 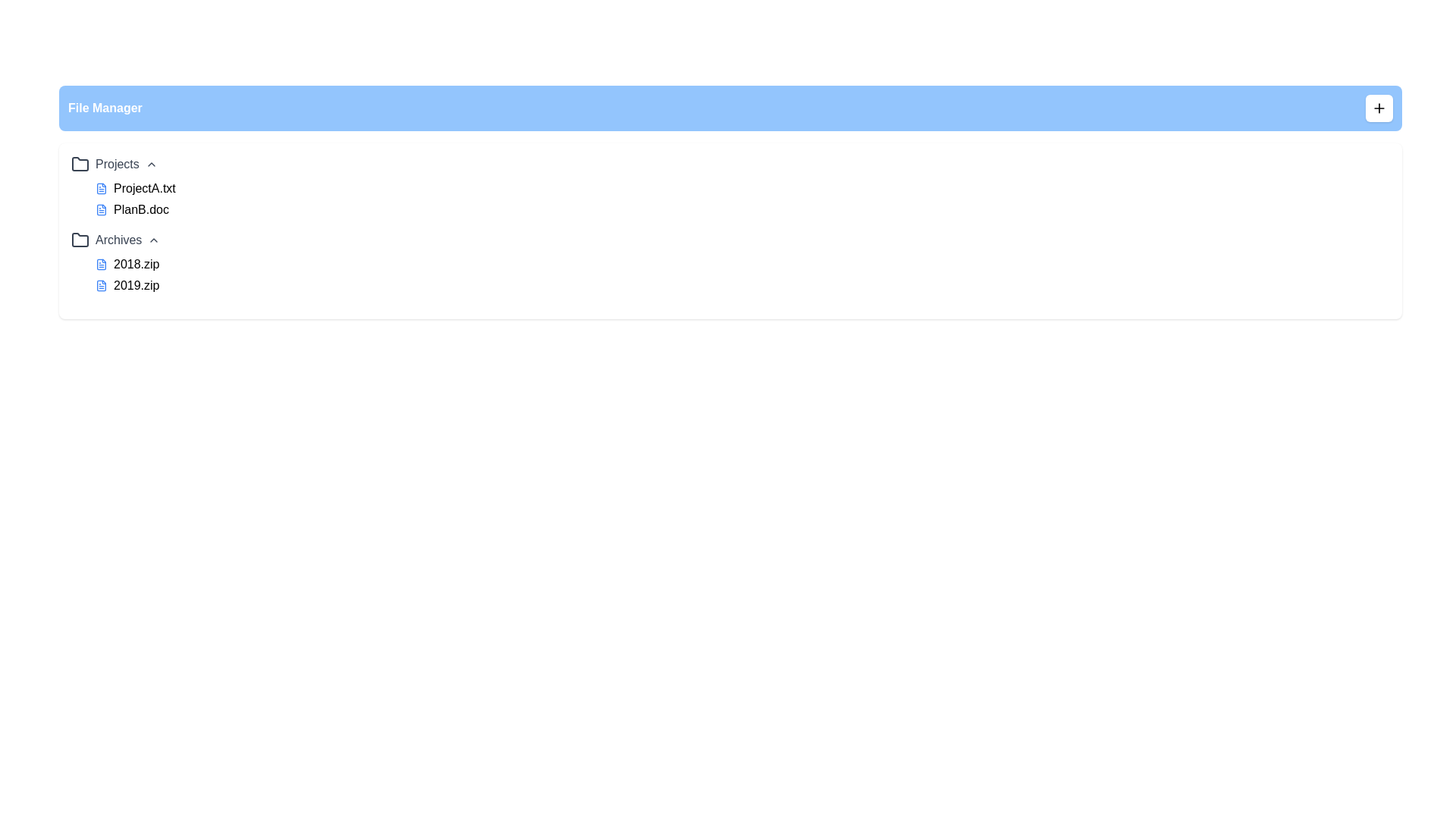 I want to click on the 'Archives' text label located under the 'Projects' section in the file manager module, so click(x=118, y=239).